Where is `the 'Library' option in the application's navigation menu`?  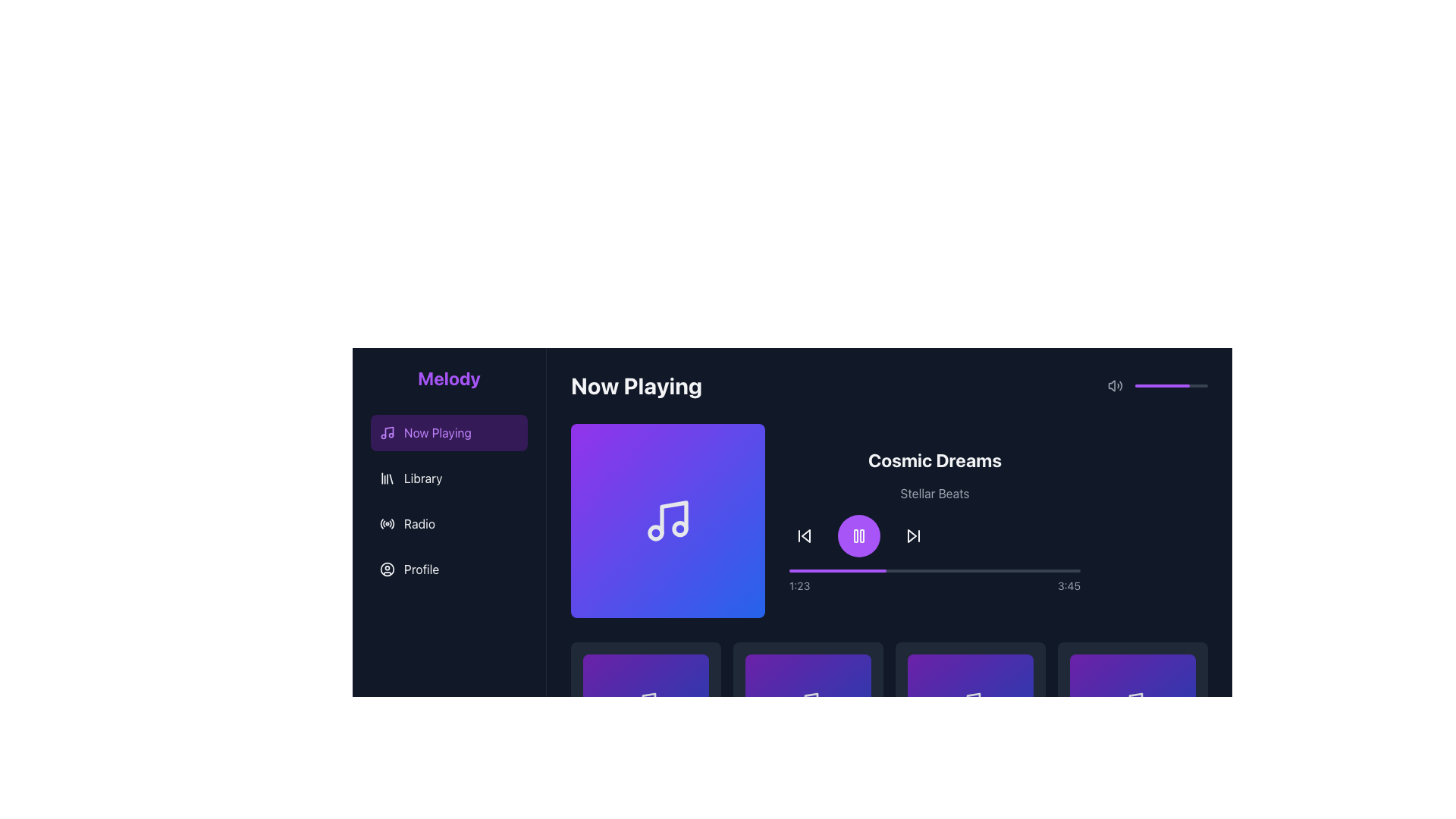
the 'Library' option in the application's navigation menu is located at coordinates (448, 500).